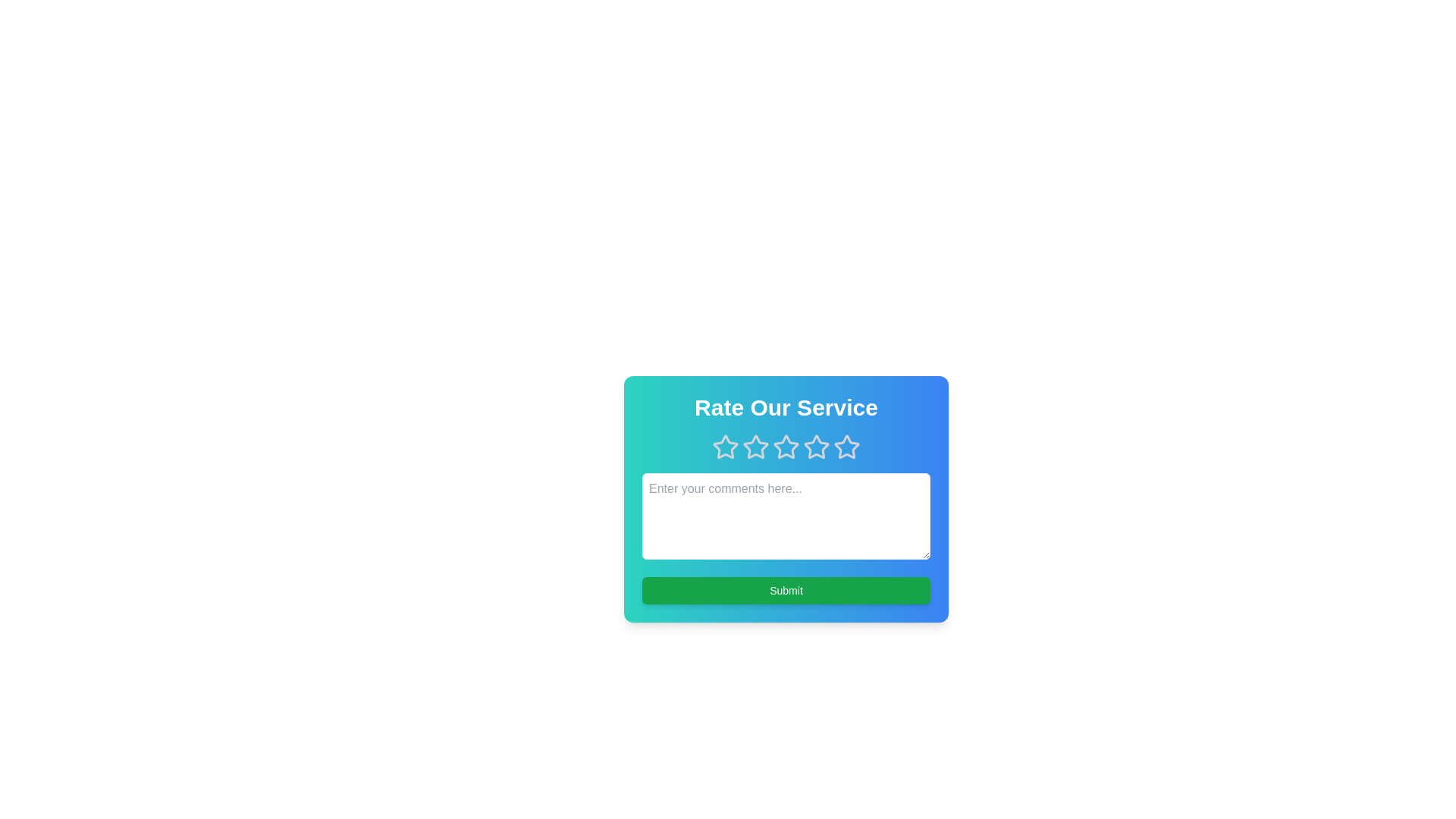  I want to click on 'Submit' button to submit the rating and comment, so click(786, 590).